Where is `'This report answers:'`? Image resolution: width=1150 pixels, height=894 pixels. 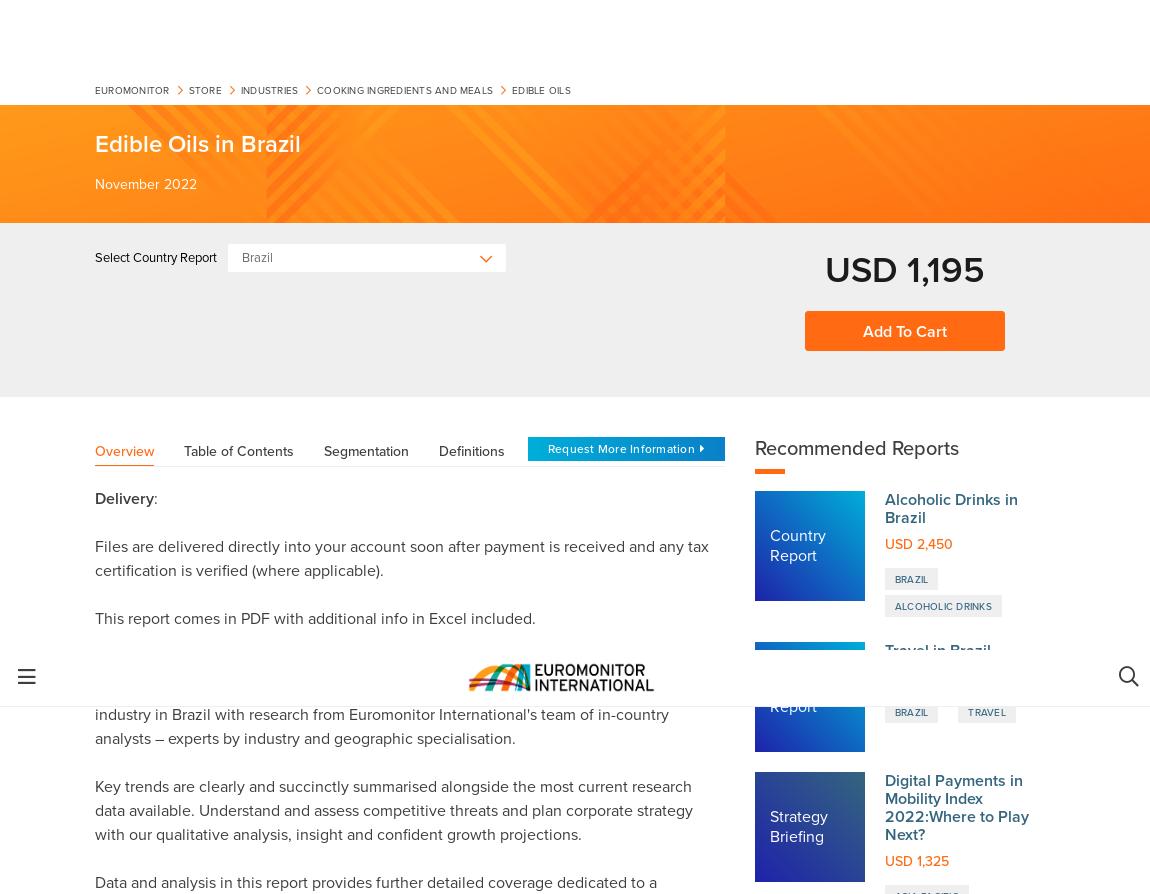
'This report answers:' is located at coordinates (167, 575).